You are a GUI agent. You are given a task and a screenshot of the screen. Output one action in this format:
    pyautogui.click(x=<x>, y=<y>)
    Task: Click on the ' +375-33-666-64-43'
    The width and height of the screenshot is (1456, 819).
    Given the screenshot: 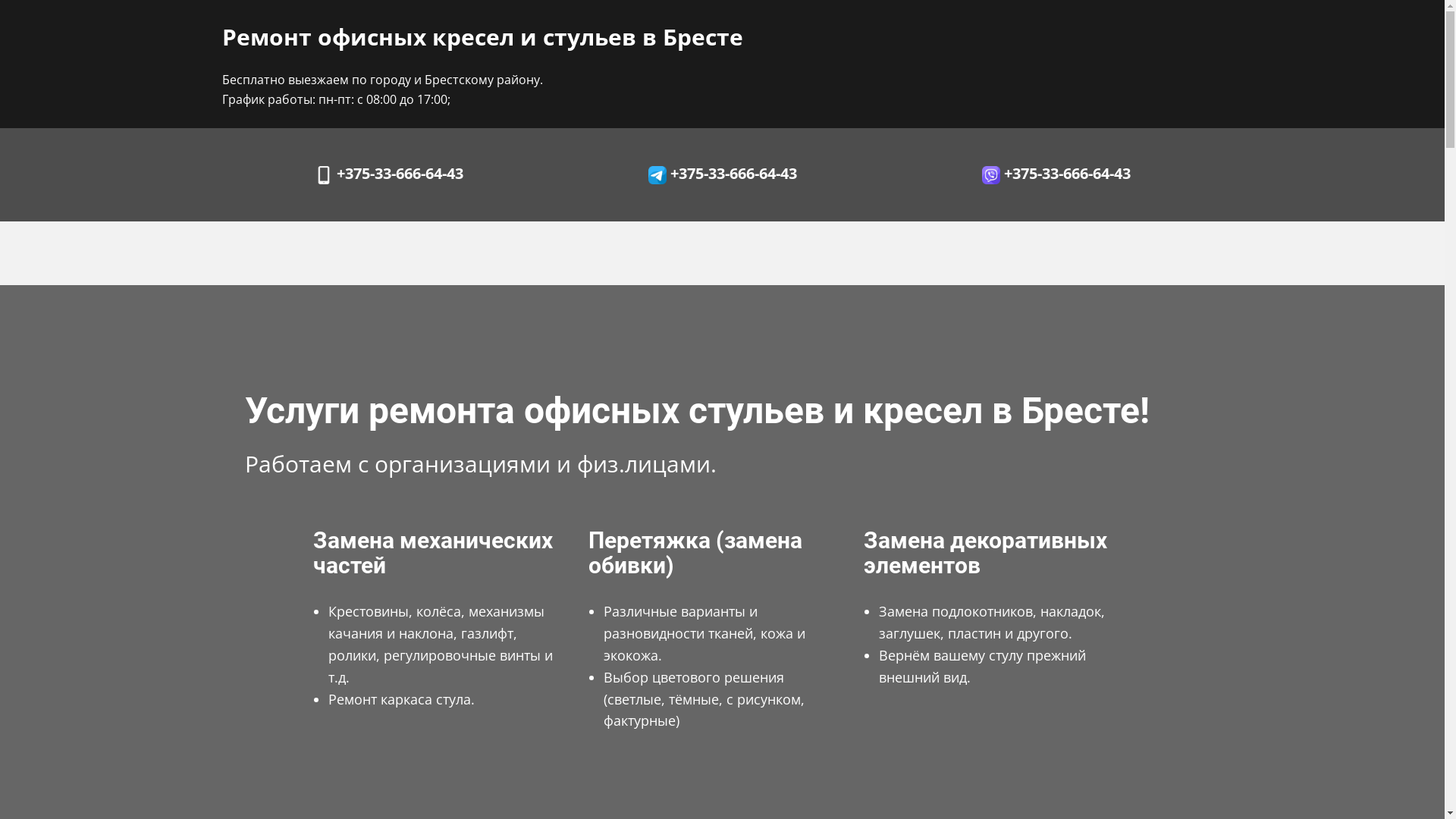 What is the action you would take?
    pyautogui.click(x=981, y=174)
    